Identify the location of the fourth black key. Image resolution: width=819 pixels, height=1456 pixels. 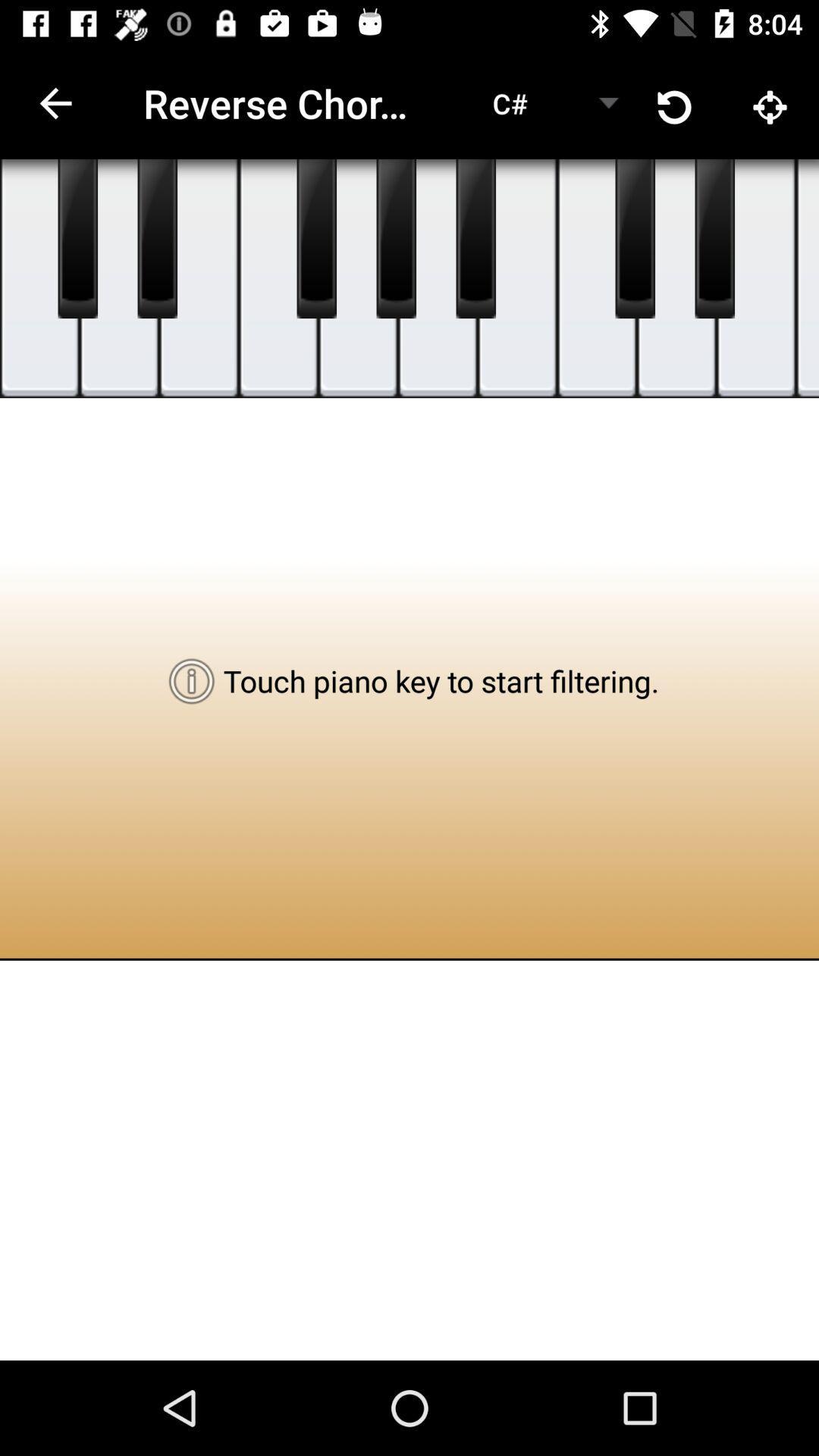
(395, 238).